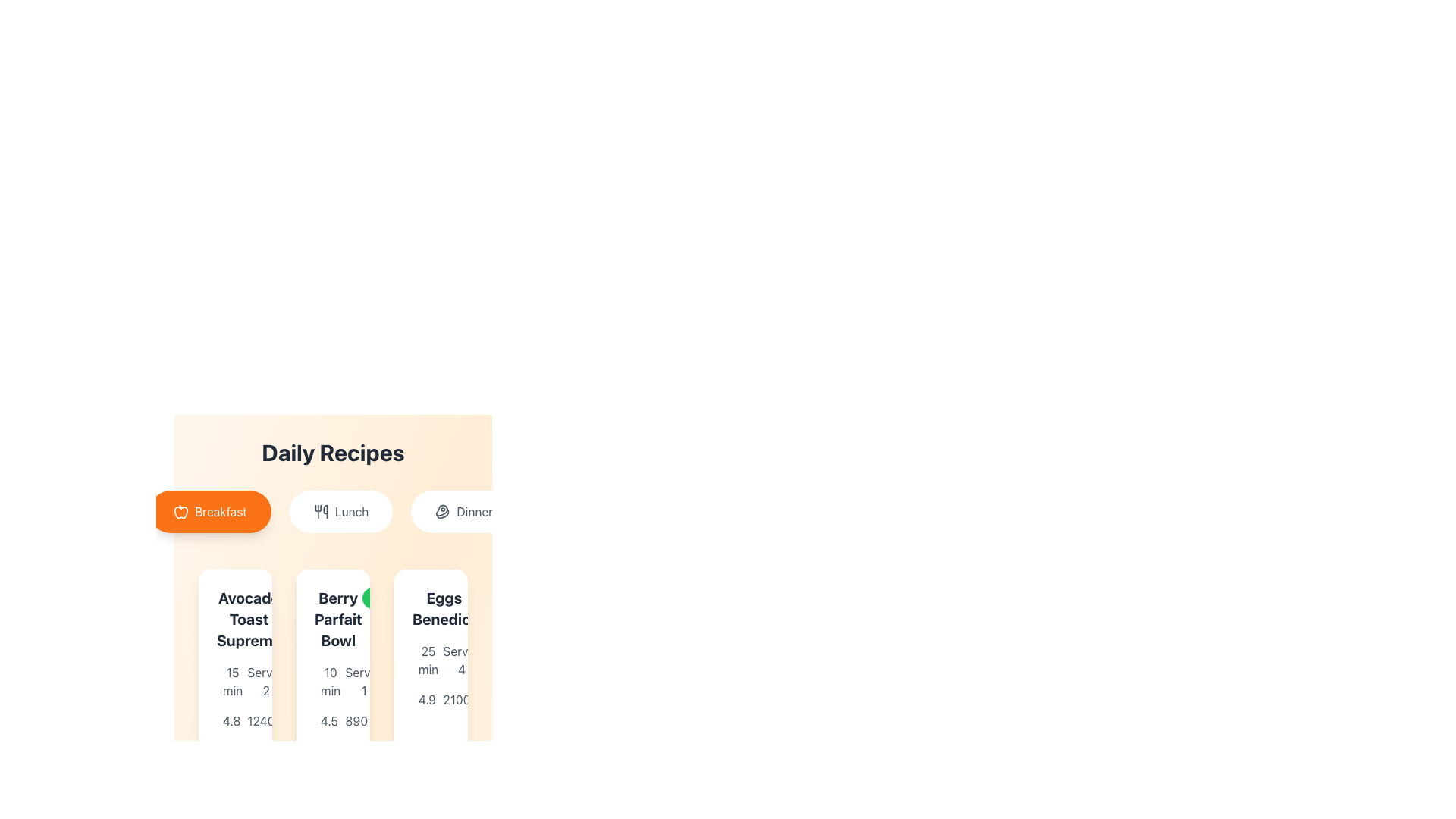 This screenshot has height=819, width=1456. Describe the element at coordinates (461, 660) in the screenshot. I see `the Text Label indicating the serving size of the dish in the third card titled 'Eggs Benedict' under the 'Daily Recipes' section` at that location.